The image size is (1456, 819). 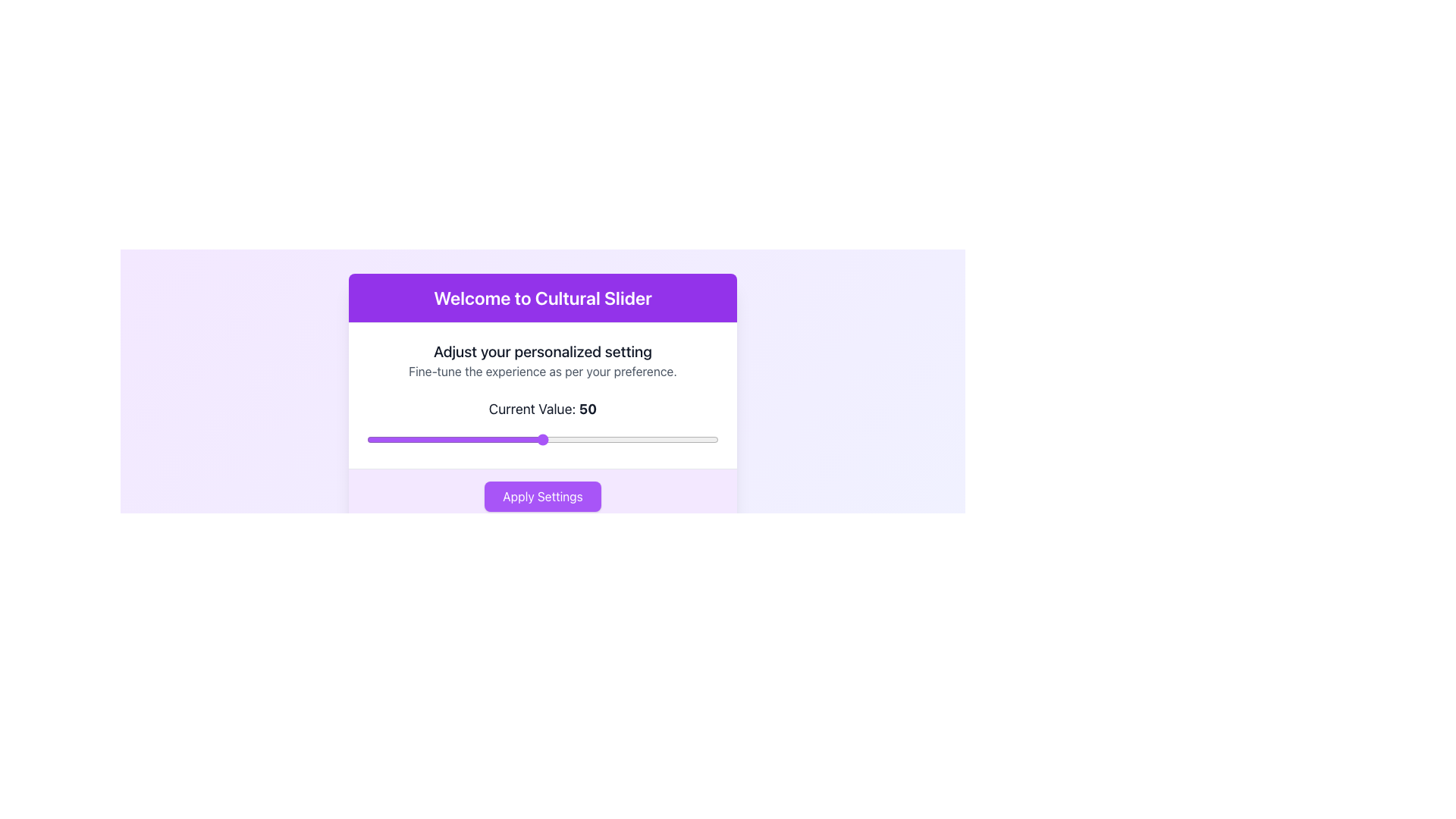 I want to click on slider value, so click(x=433, y=439).